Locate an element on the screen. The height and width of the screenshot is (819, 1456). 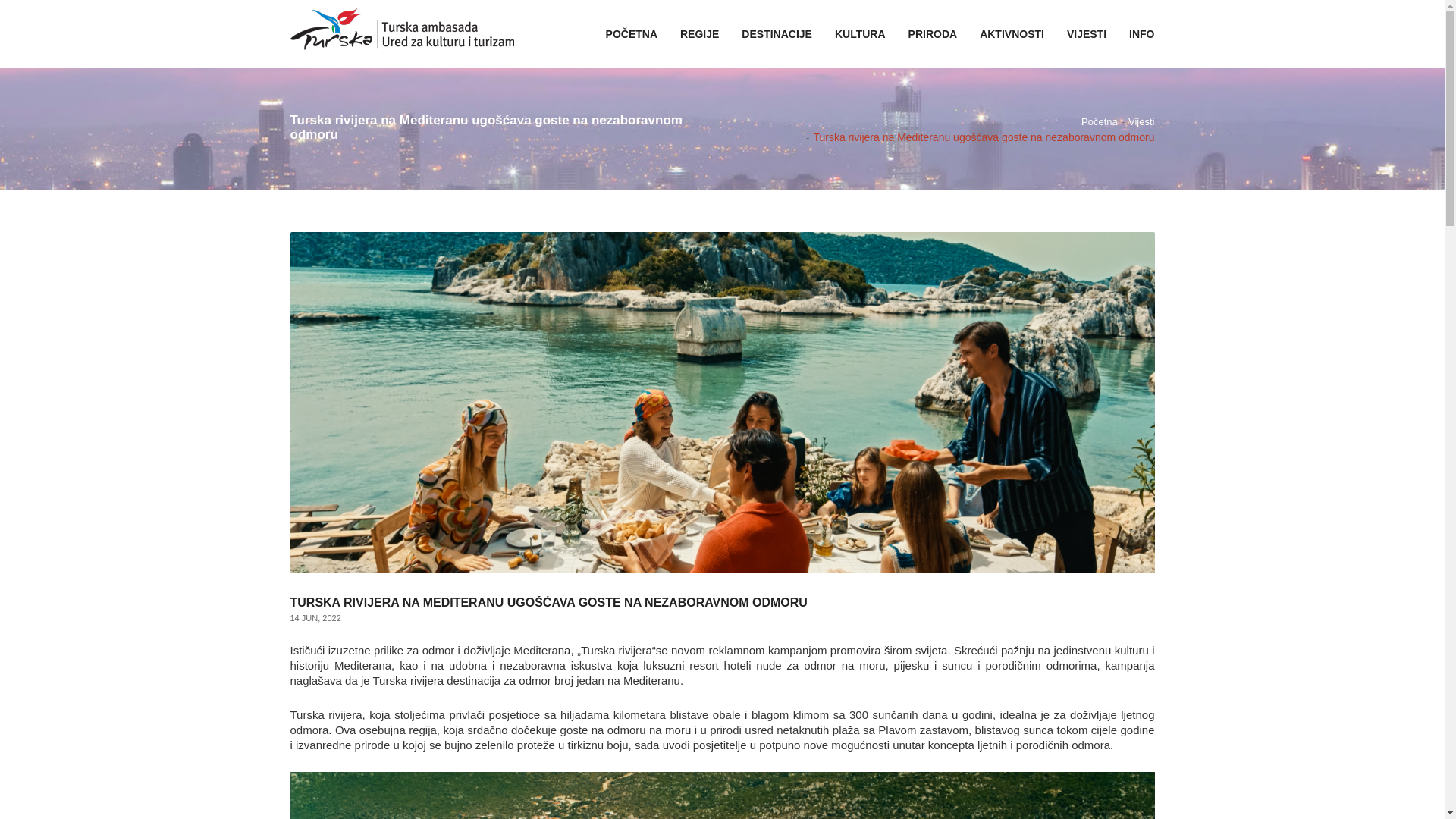
'AKTIVNOSTI' is located at coordinates (967, 34).